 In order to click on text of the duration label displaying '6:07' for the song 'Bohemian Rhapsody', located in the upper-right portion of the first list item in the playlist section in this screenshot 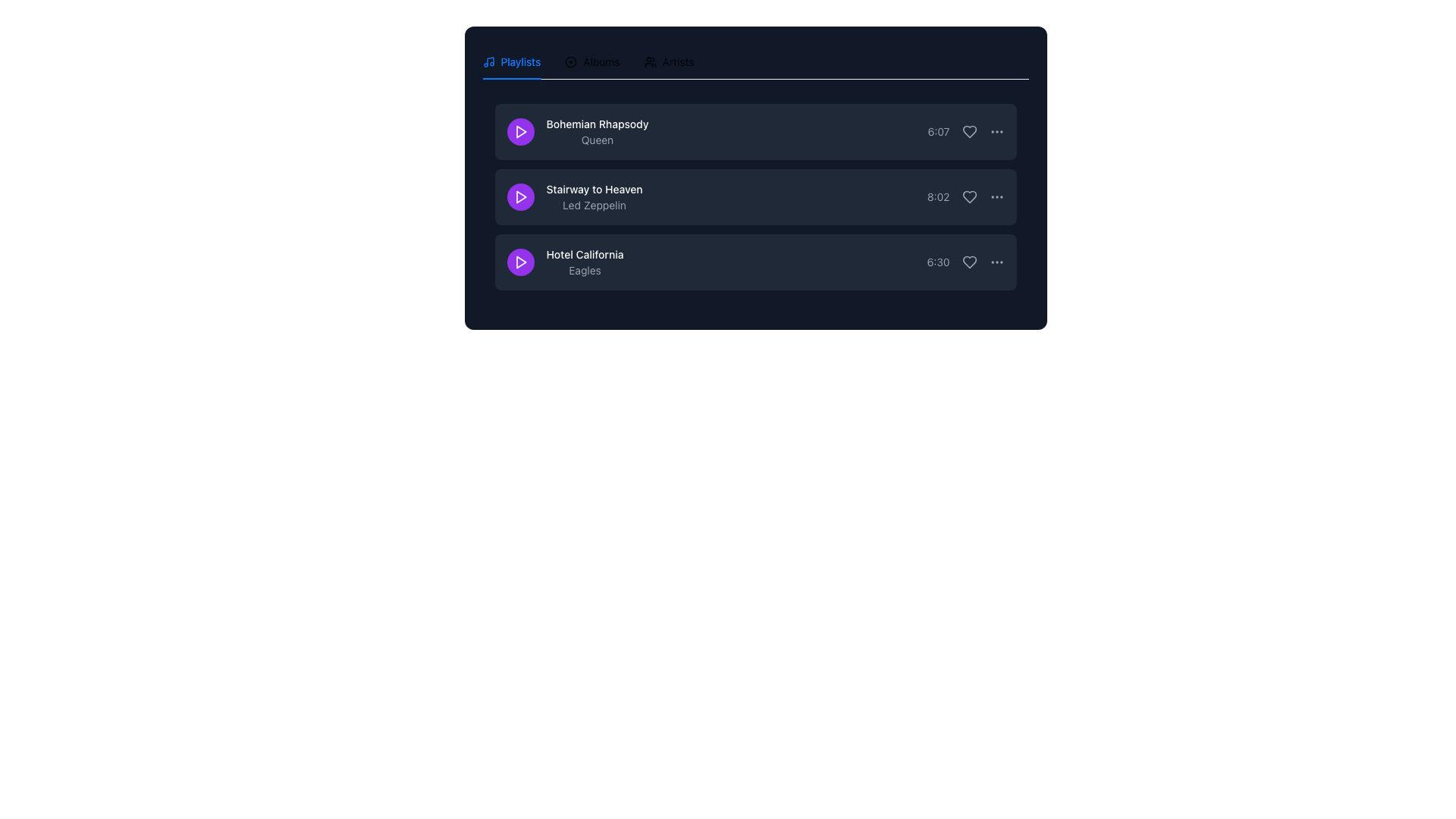, I will do `click(938, 130)`.